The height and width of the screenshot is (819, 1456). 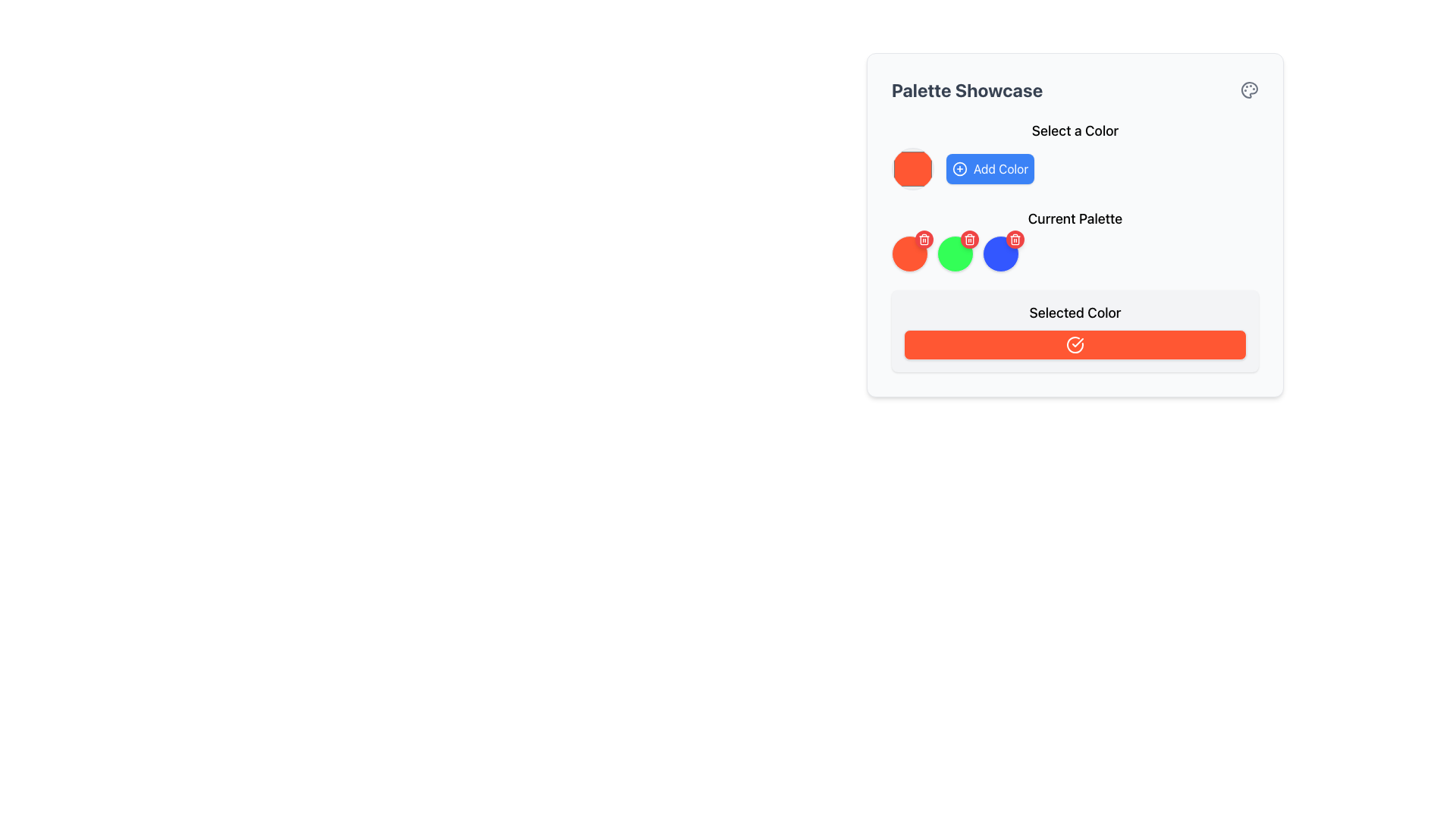 What do you see at coordinates (1249, 90) in the screenshot?
I see `the paint palette icon located in the top-right corner of the color selector panel, which features multiple circular paint blobs` at bounding box center [1249, 90].